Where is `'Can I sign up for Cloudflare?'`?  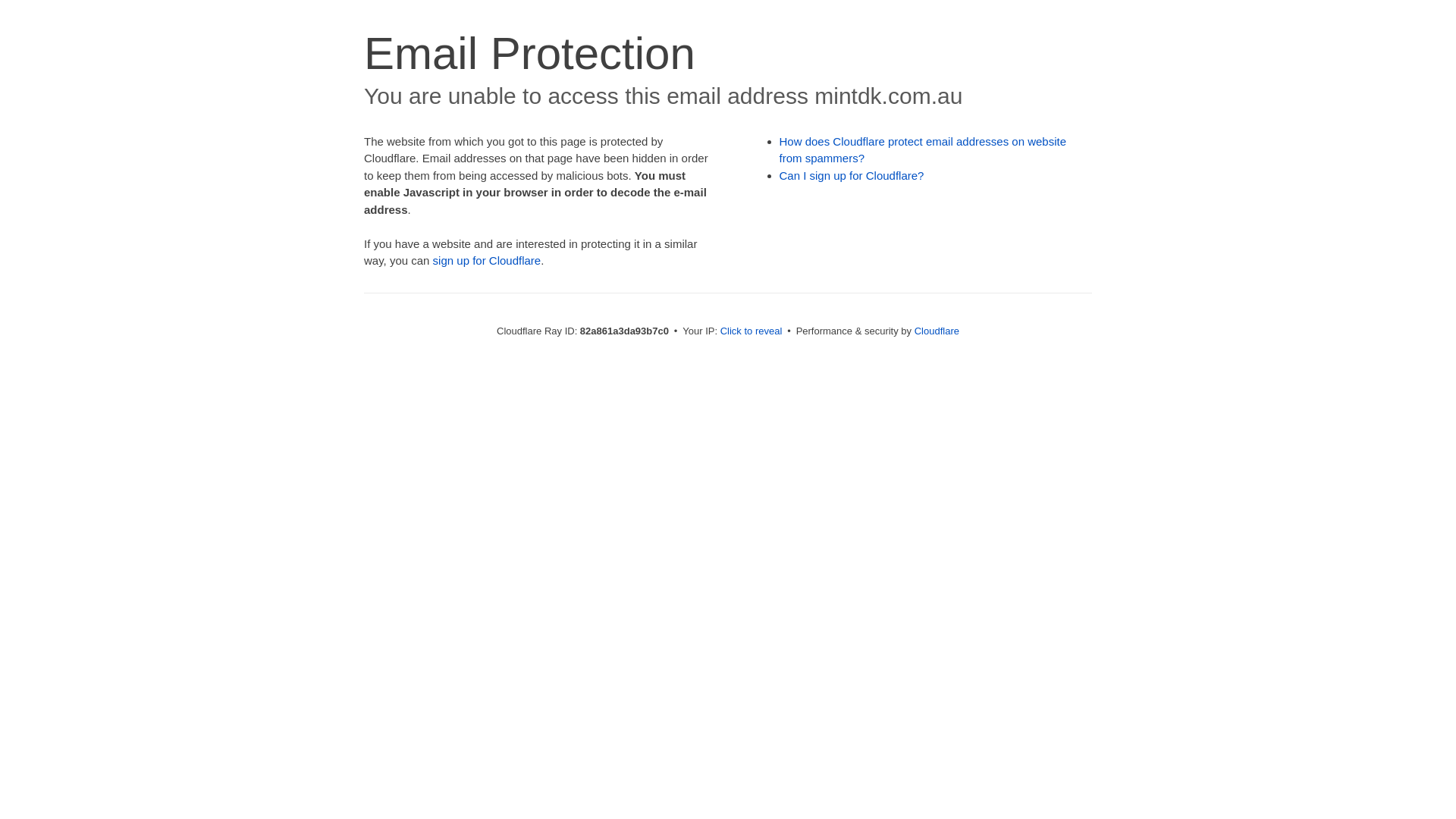 'Can I sign up for Cloudflare?' is located at coordinates (852, 174).